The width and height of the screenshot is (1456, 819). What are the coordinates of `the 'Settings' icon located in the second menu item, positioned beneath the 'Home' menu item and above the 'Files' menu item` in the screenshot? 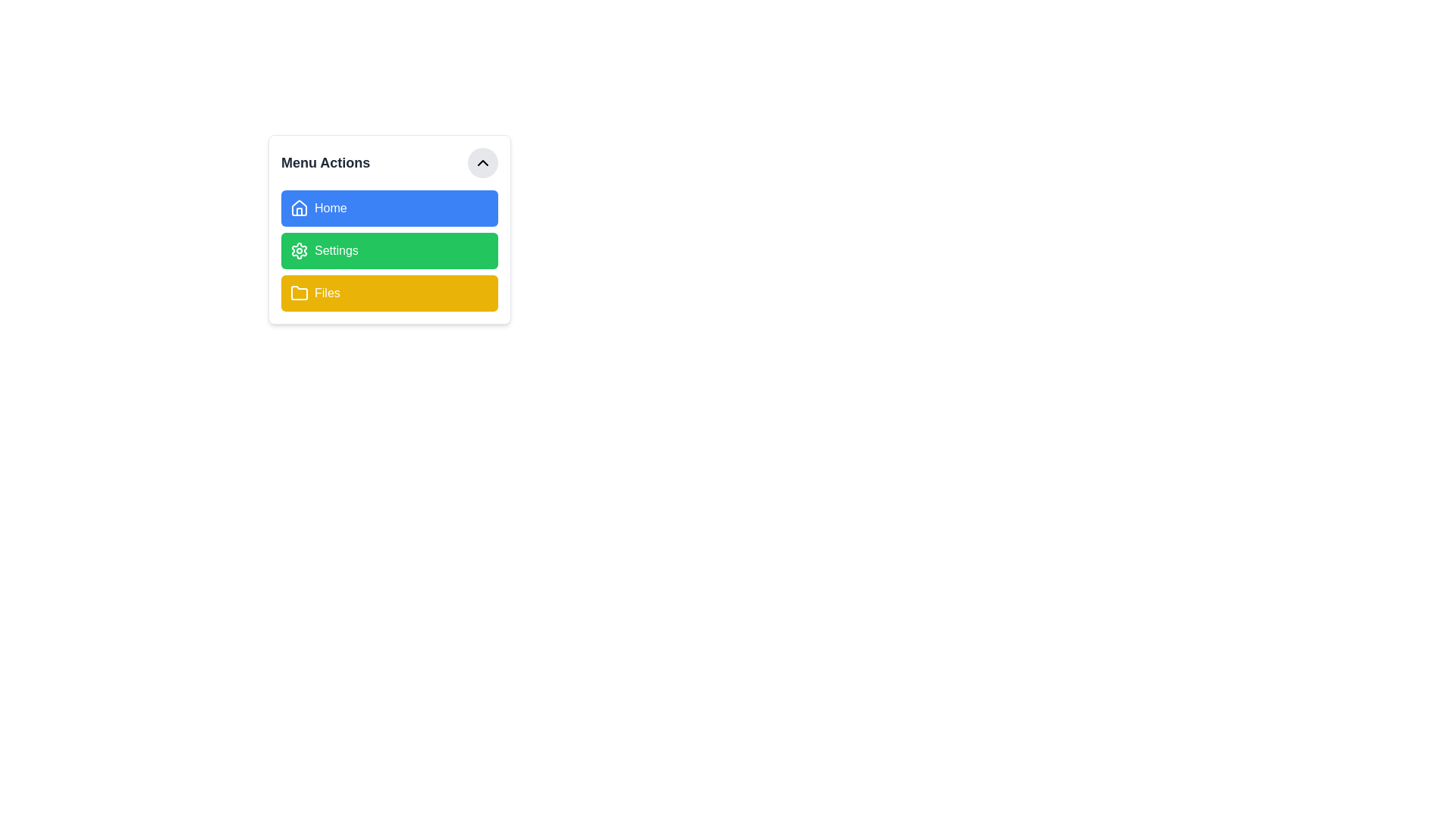 It's located at (299, 250).